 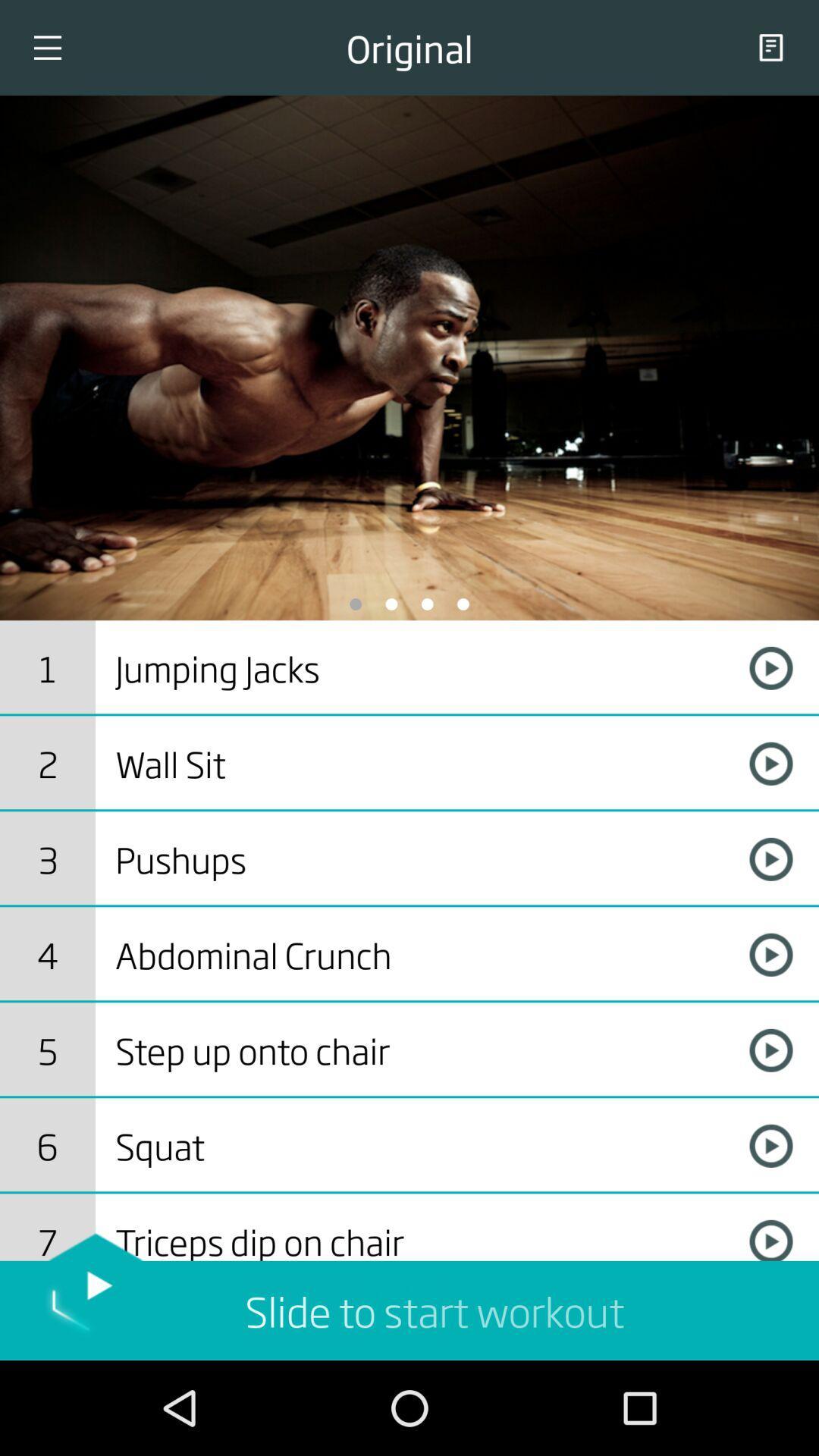 What do you see at coordinates (771, 1146) in the screenshot?
I see `the play icon` at bounding box center [771, 1146].